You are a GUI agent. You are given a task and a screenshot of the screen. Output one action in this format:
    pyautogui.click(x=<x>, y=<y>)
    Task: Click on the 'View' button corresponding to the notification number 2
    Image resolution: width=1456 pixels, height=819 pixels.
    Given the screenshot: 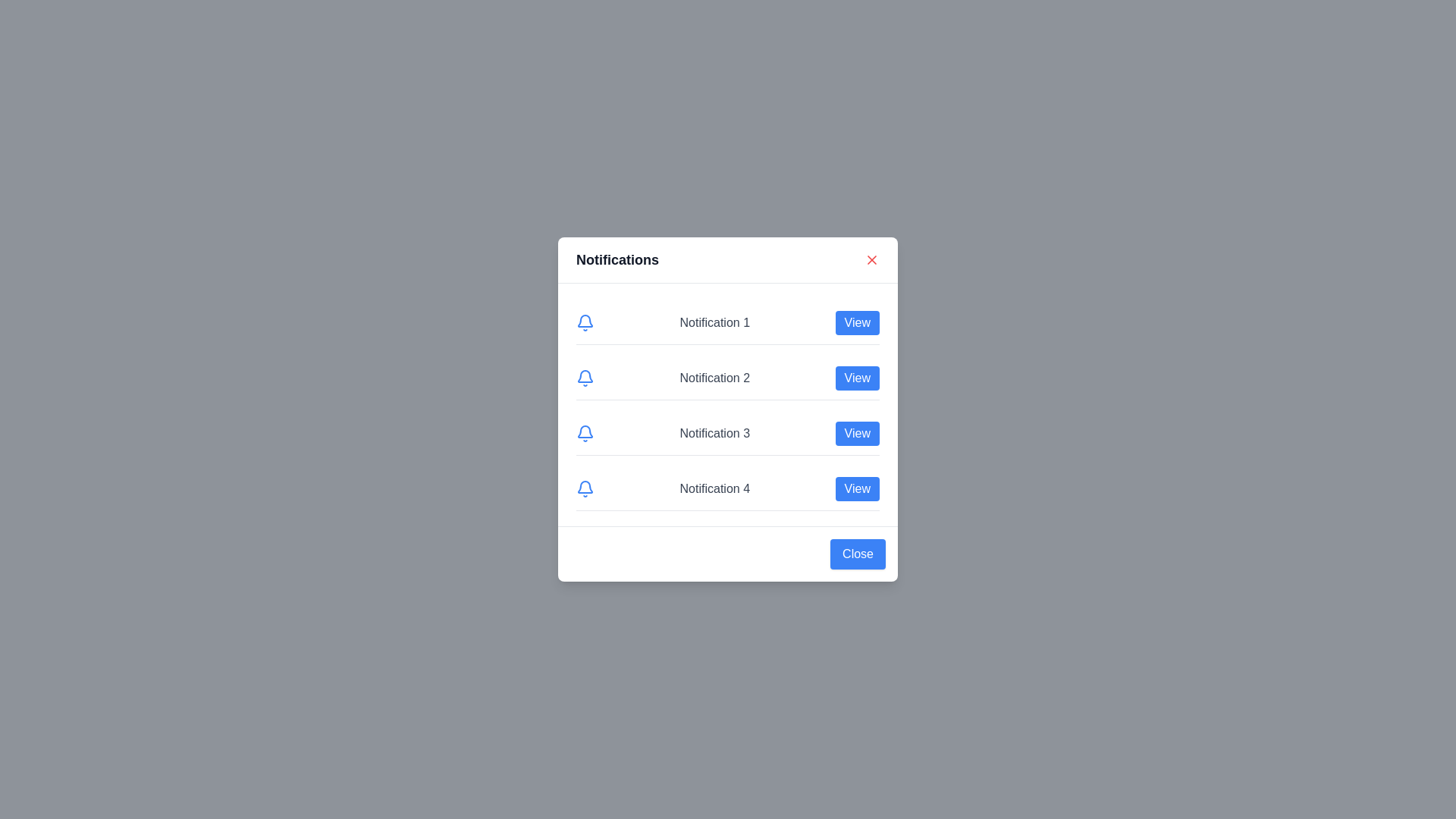 What is the action you would take?
    pyautogui.click(x=856, y=377)
    